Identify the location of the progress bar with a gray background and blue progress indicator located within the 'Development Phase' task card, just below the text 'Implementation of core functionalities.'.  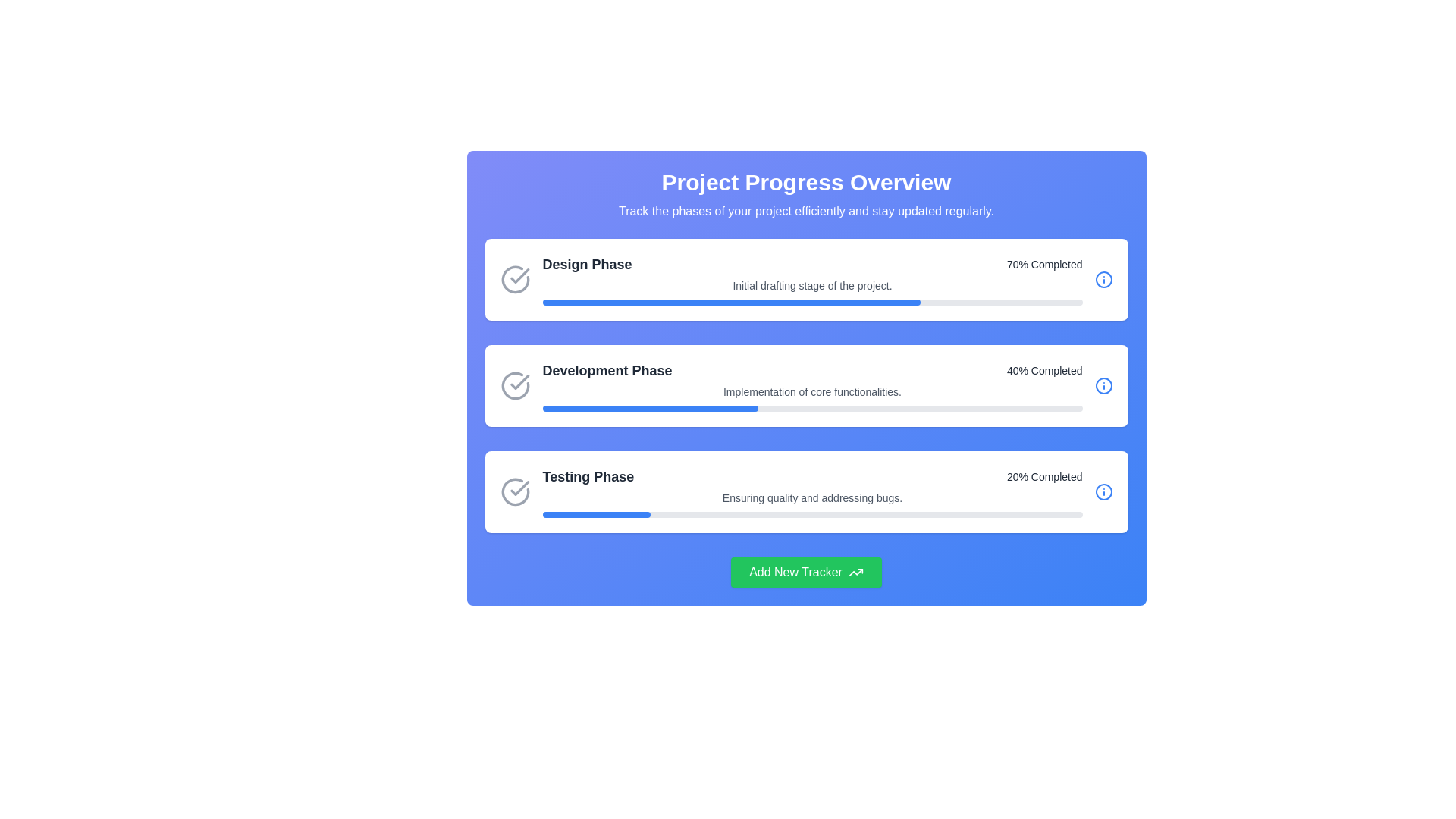
(811, 408).